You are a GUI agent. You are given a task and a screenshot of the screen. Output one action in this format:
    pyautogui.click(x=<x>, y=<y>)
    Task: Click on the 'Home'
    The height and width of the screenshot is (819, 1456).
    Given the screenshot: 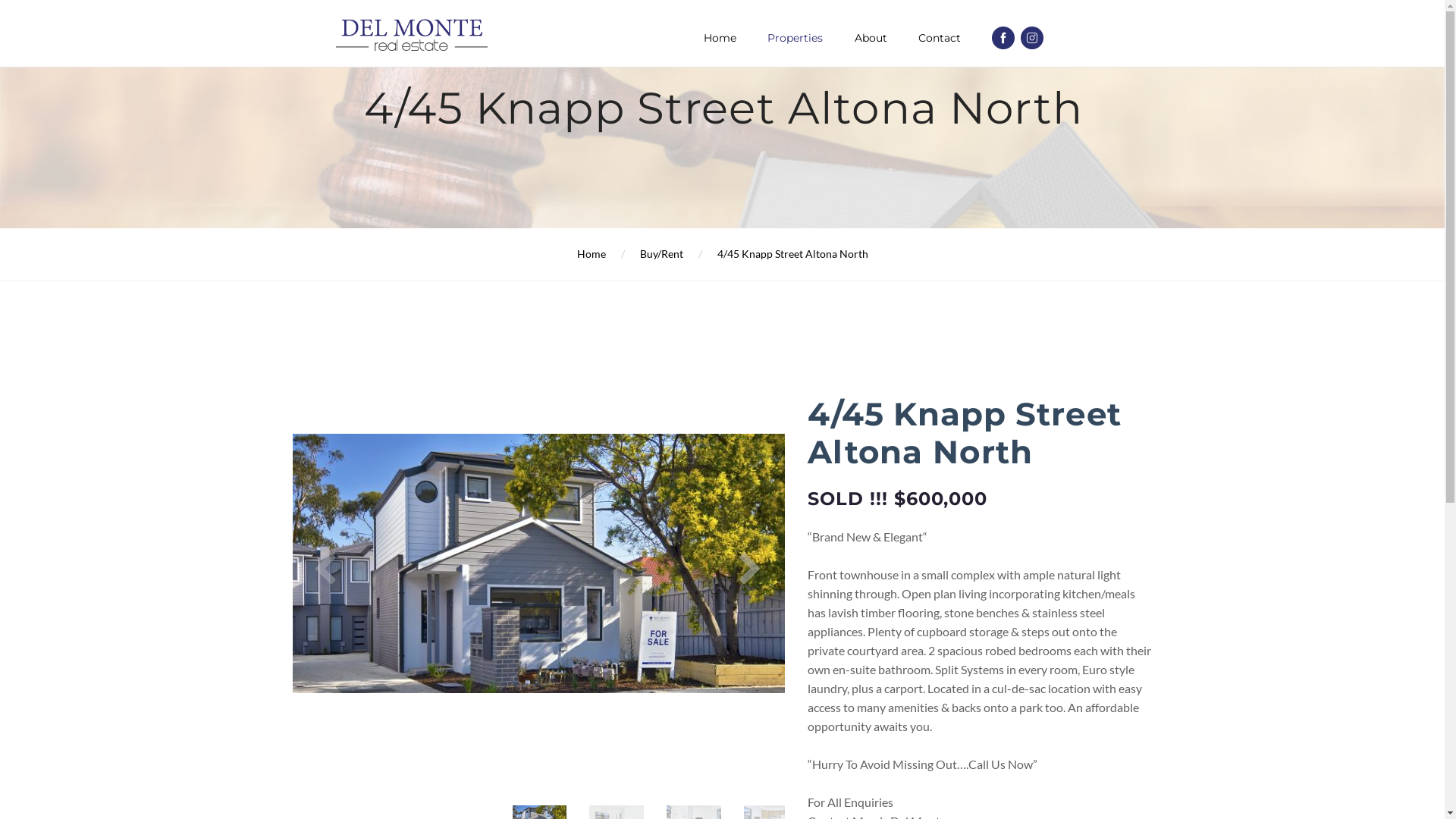 What is the action you would take?
    pyautogui.click(x=719, y=37)
    